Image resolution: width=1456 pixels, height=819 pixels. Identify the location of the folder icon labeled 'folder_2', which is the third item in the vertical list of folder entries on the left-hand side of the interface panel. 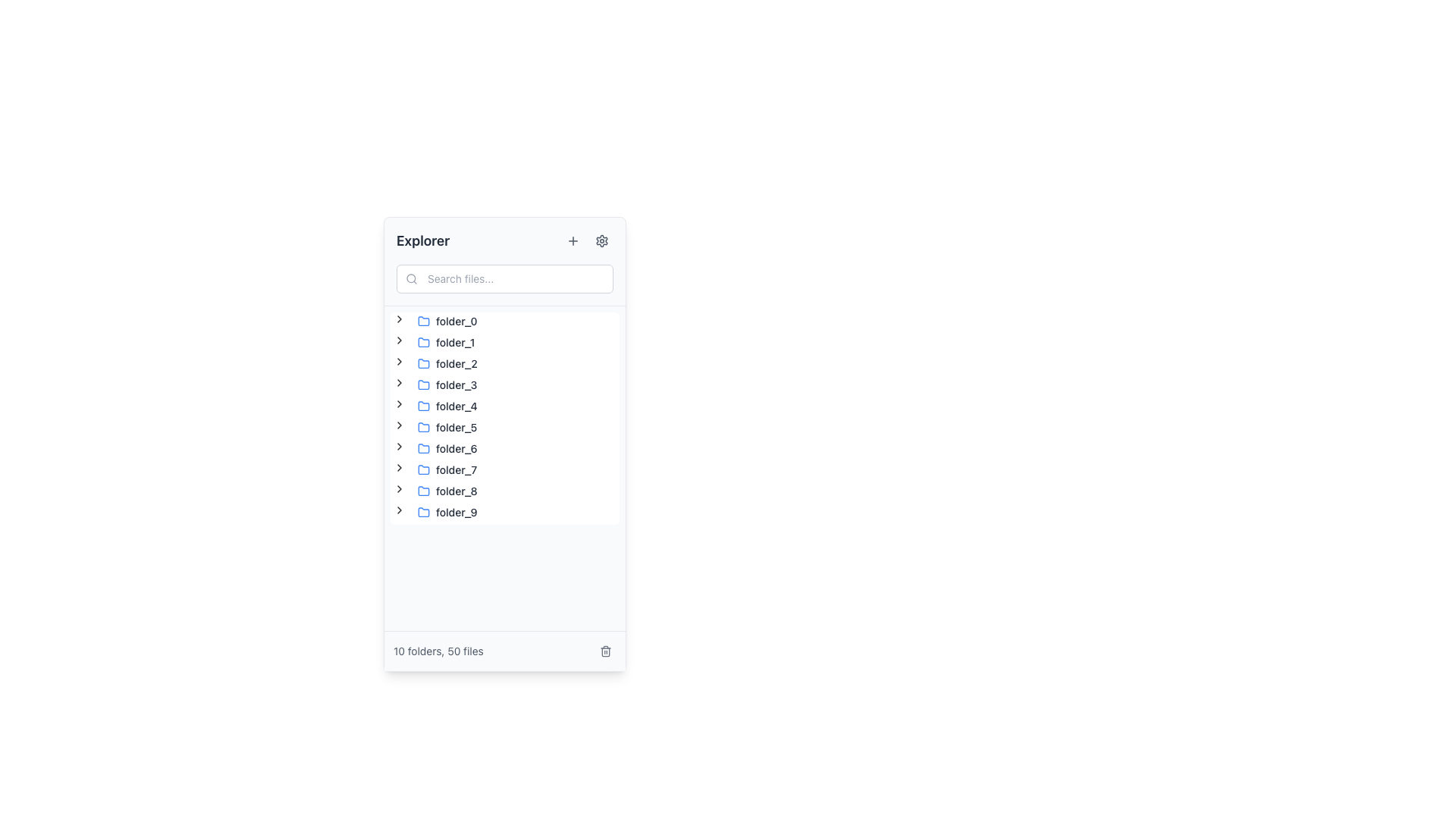
(423, 362).